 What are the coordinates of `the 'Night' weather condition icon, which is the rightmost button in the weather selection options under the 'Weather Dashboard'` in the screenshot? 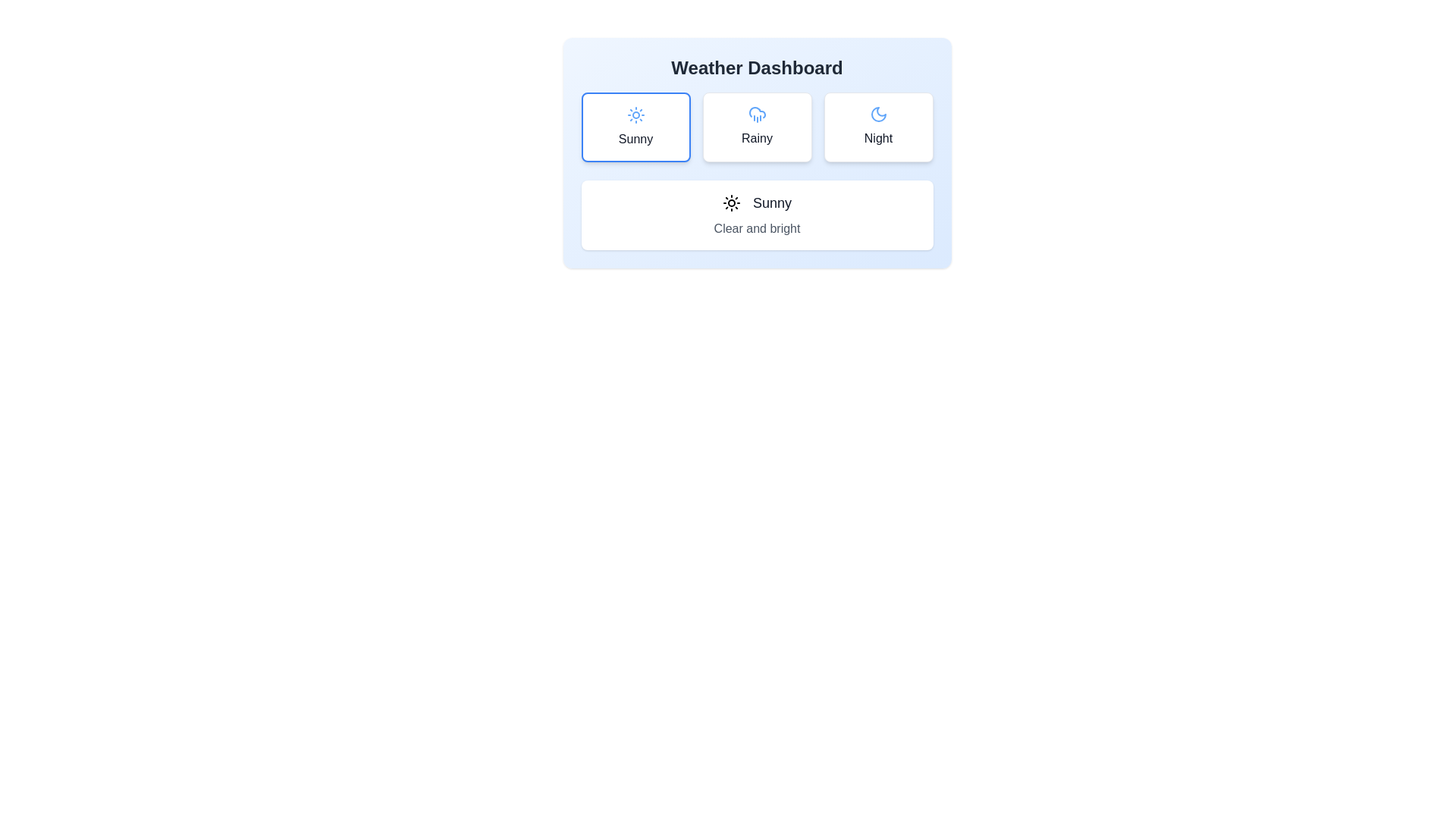 It's located at (878, 113).